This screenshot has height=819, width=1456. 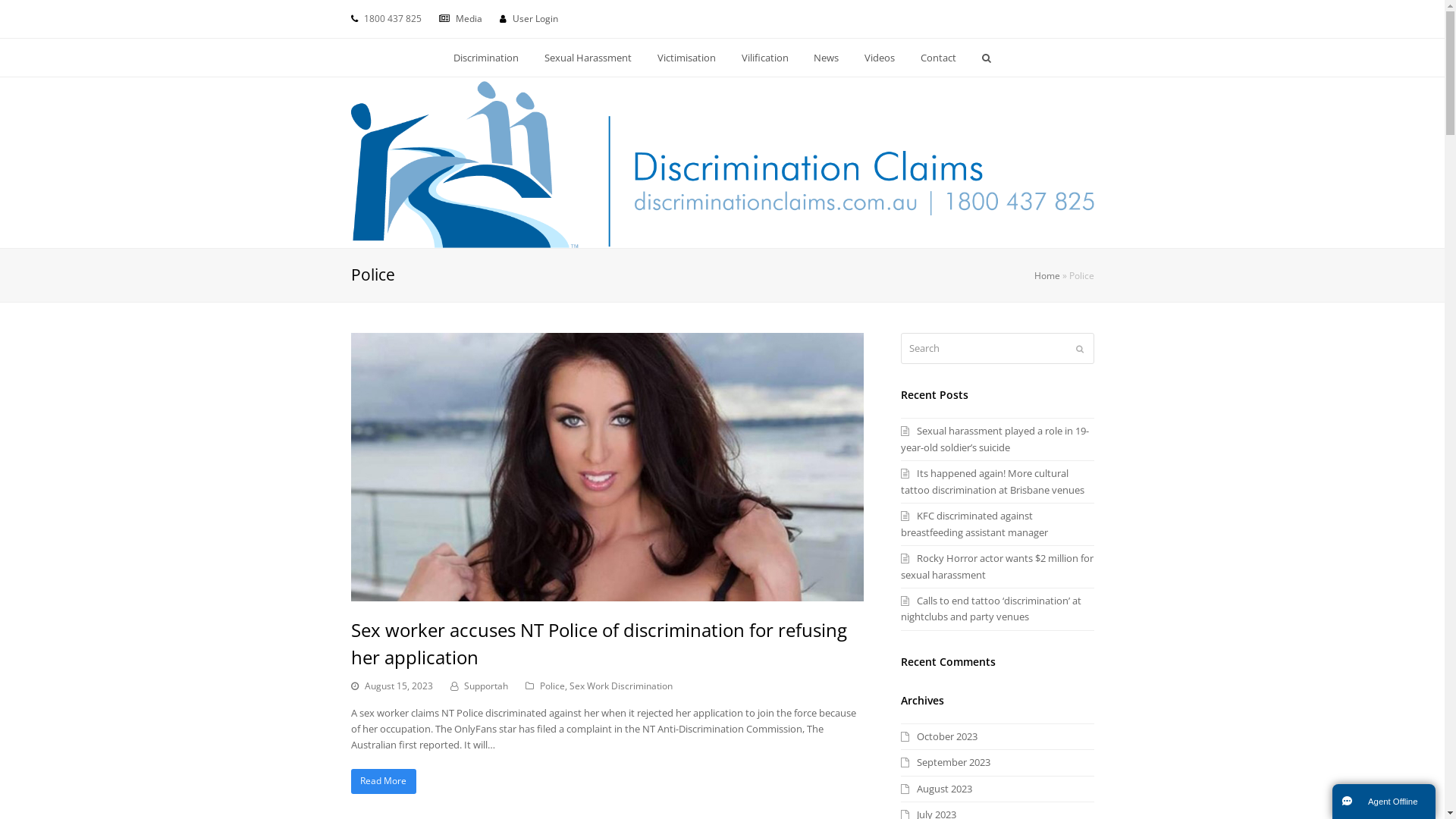 What do you see at coordinates (729, 57) in the screenshot?
I see `'Vilification'` at bounding box center [729, 57].